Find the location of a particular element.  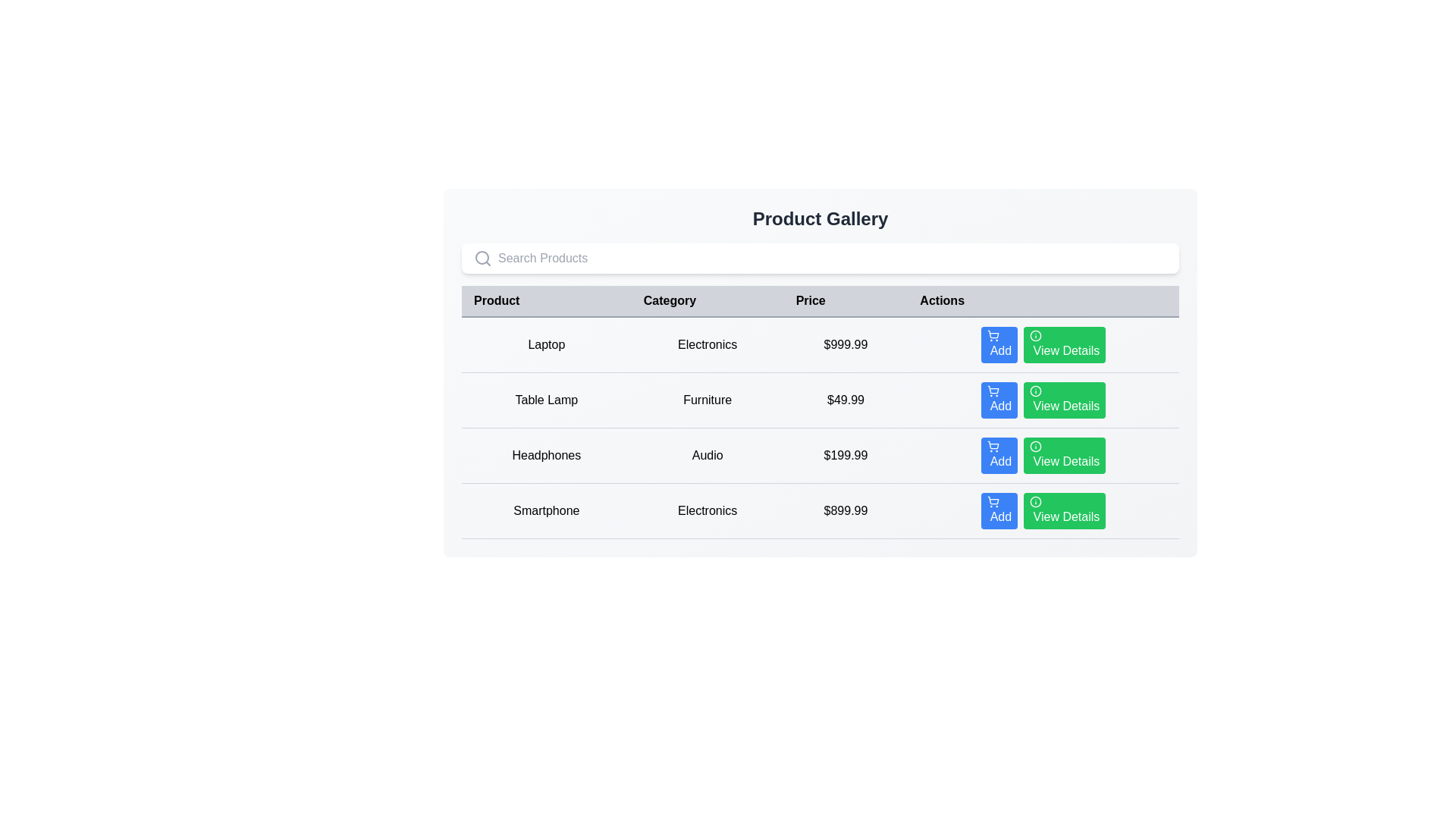

the 'Smartphone' label located in the first column under the 'Product' header in the fourth row of the table is located at coordinates (546, 511).